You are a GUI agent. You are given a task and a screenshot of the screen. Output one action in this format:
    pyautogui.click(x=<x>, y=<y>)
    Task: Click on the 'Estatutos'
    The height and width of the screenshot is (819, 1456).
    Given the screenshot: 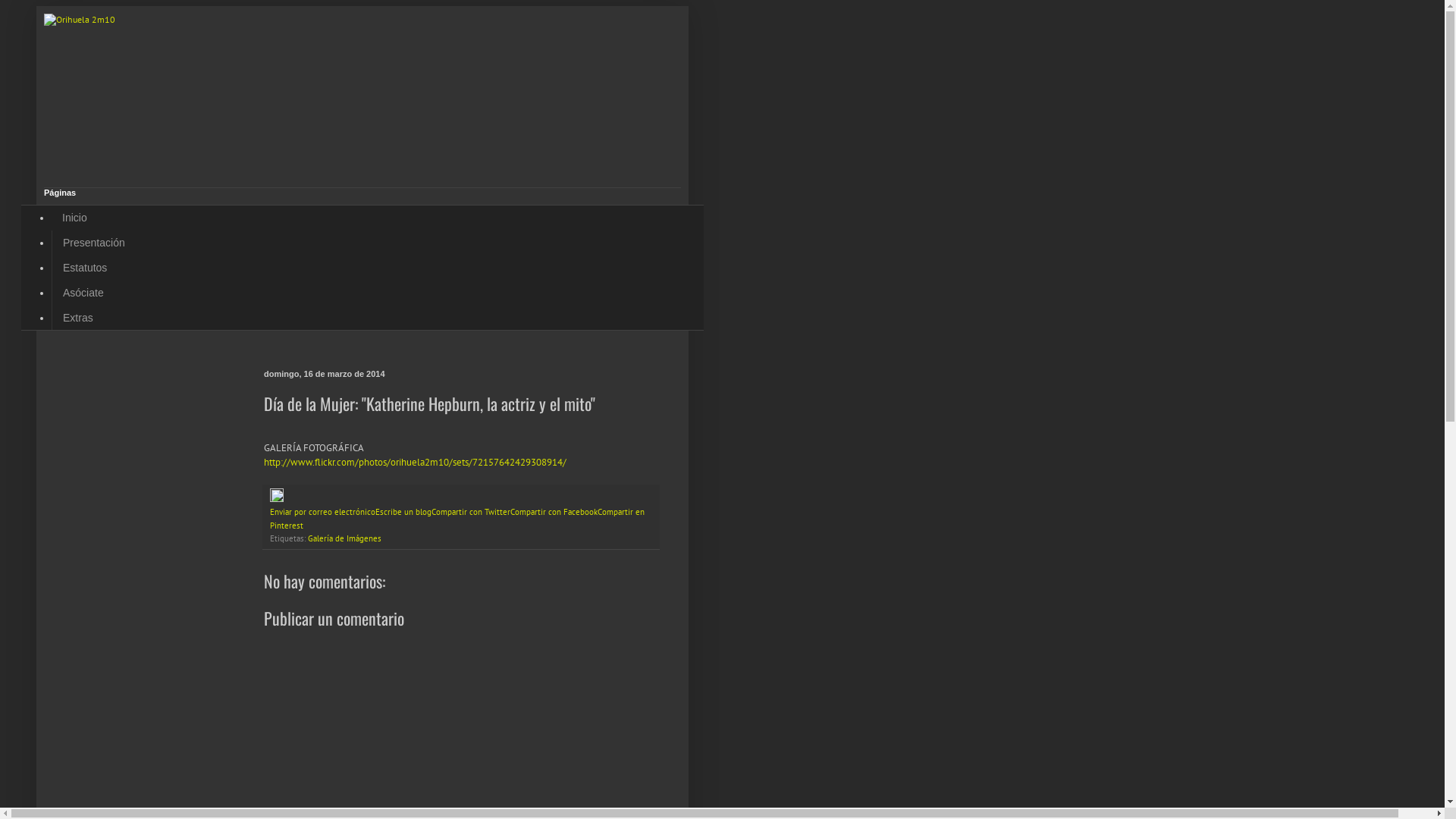 What is the action you would take?
    pyautogui.click(x=83, y=267)
    